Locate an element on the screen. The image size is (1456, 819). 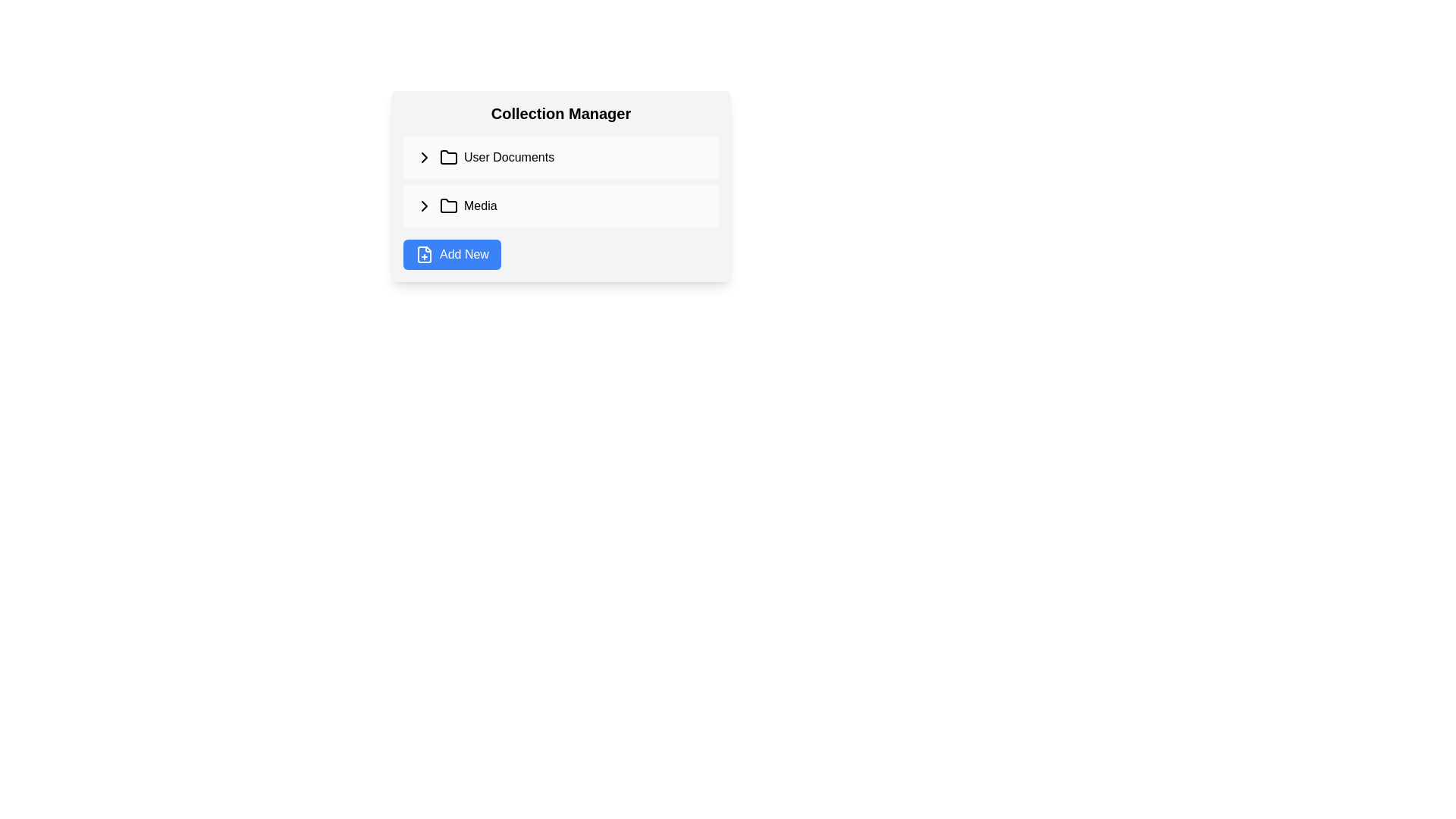
the button that initiates the process for adding new items or entries to the system, located at the bottom-left corner of the collection manager interface is located at coordinates (451, 253).